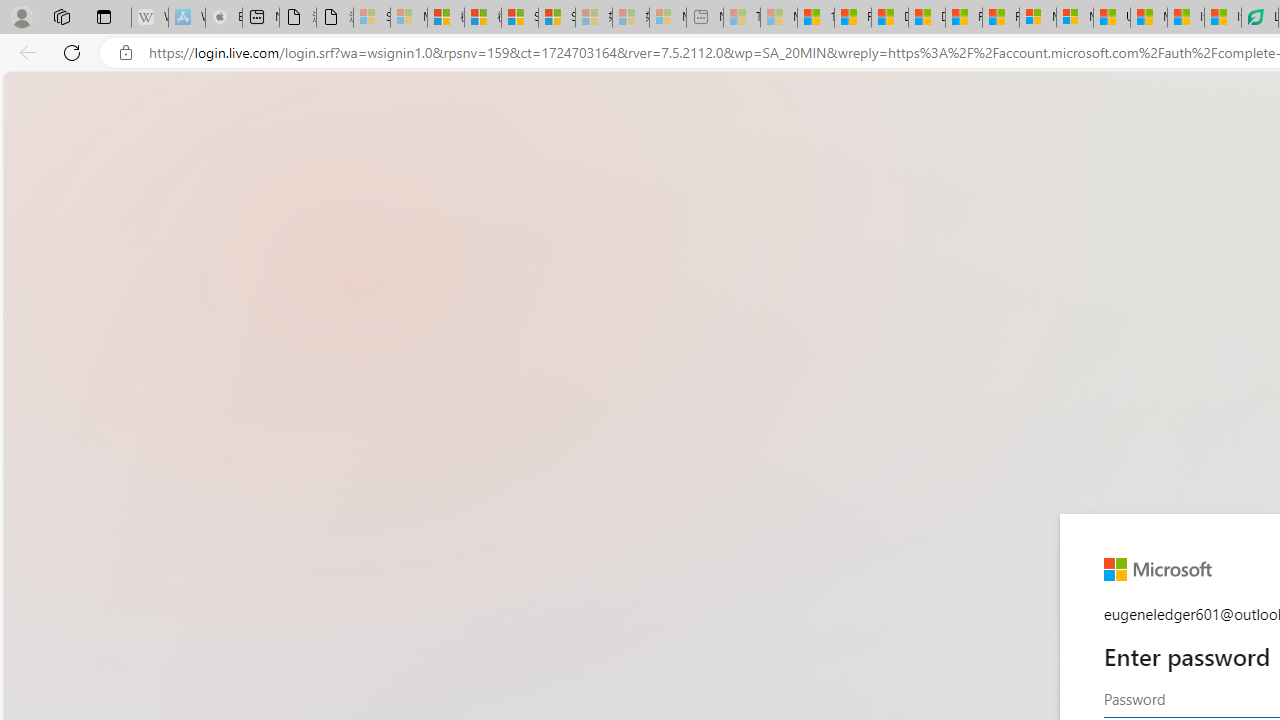  Describe the element at coordinates (224, 17) in the screenshot. I see `'Buy iPad - Apple - Sleeping'` at that location.